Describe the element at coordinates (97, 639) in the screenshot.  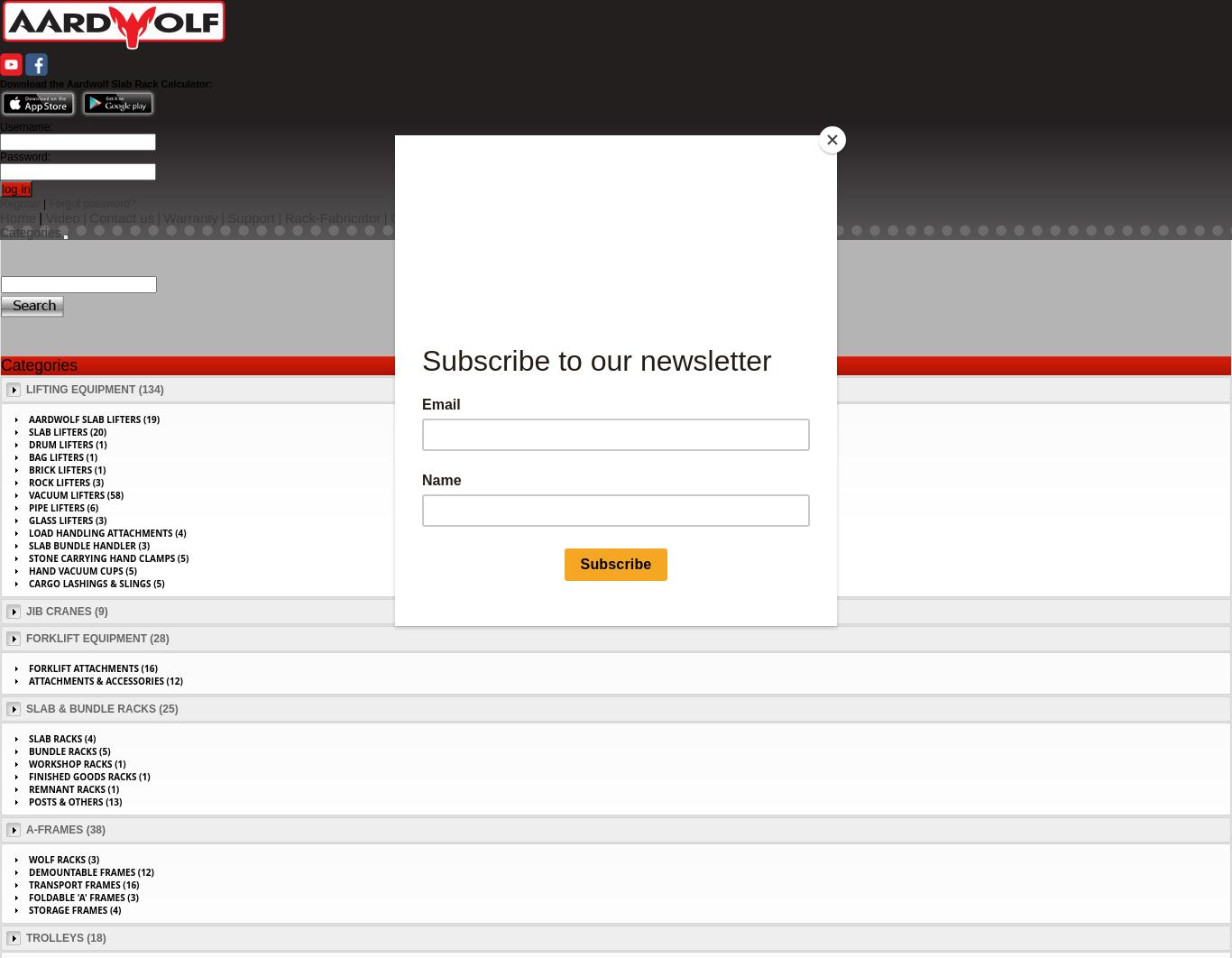
I see `'FORKLIFT EQUIPMENT (28)'` at that location.